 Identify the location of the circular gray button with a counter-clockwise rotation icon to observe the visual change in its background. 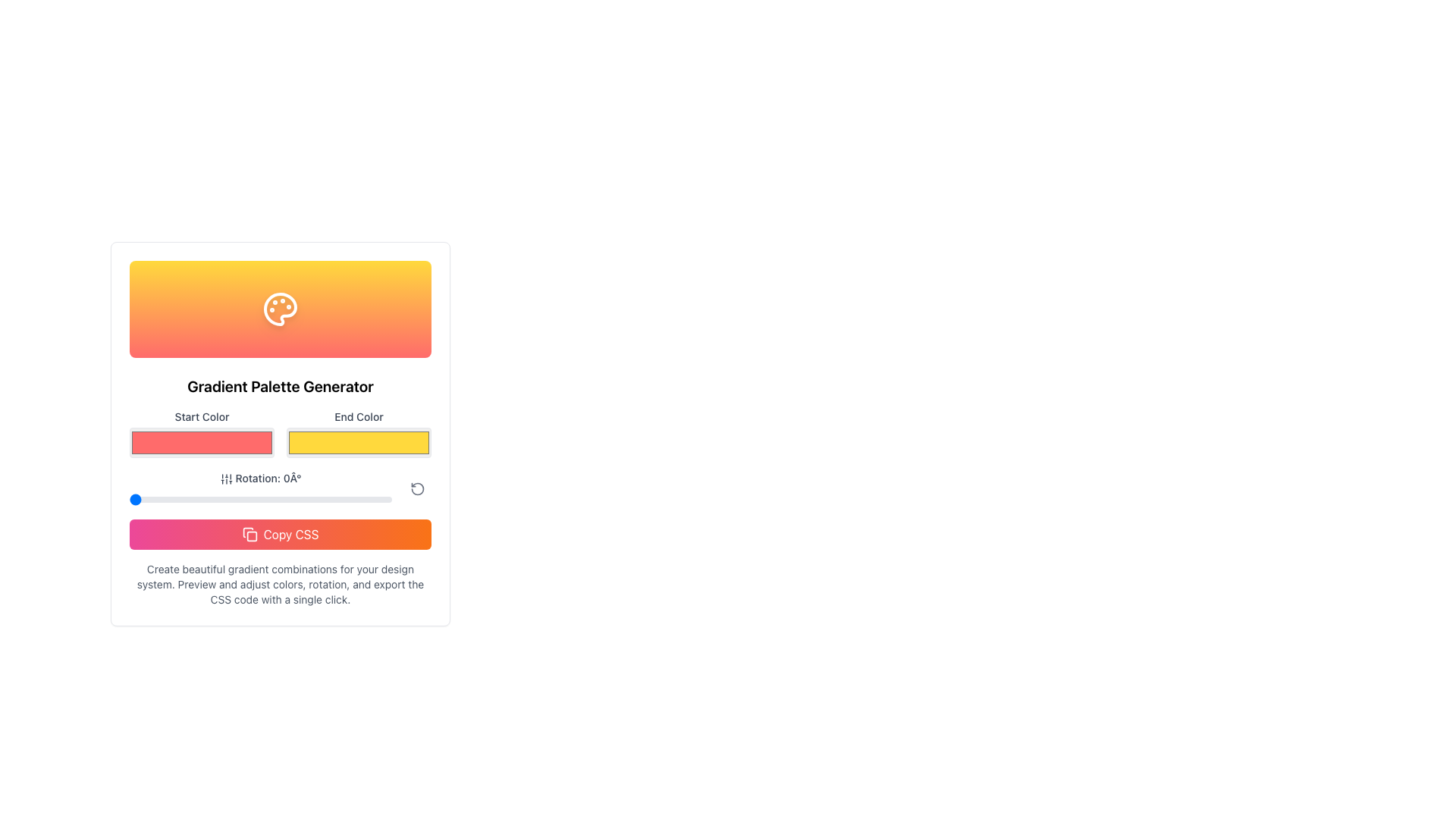
(418, 488).